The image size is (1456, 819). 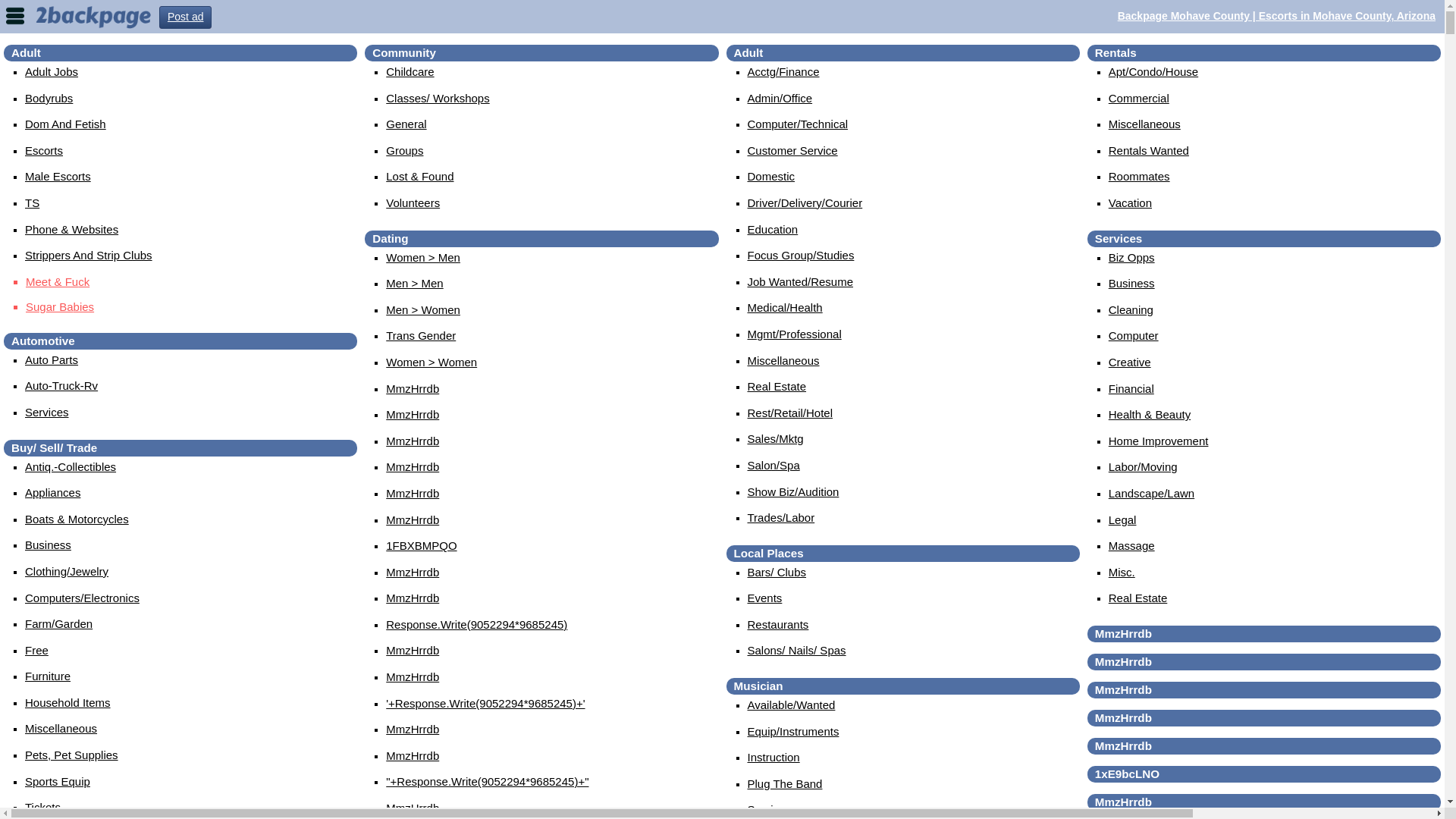 What do you see at coordinates (43, 150) in the screenshot?
I see `'Escorts'` at bounding box center [43, 150].